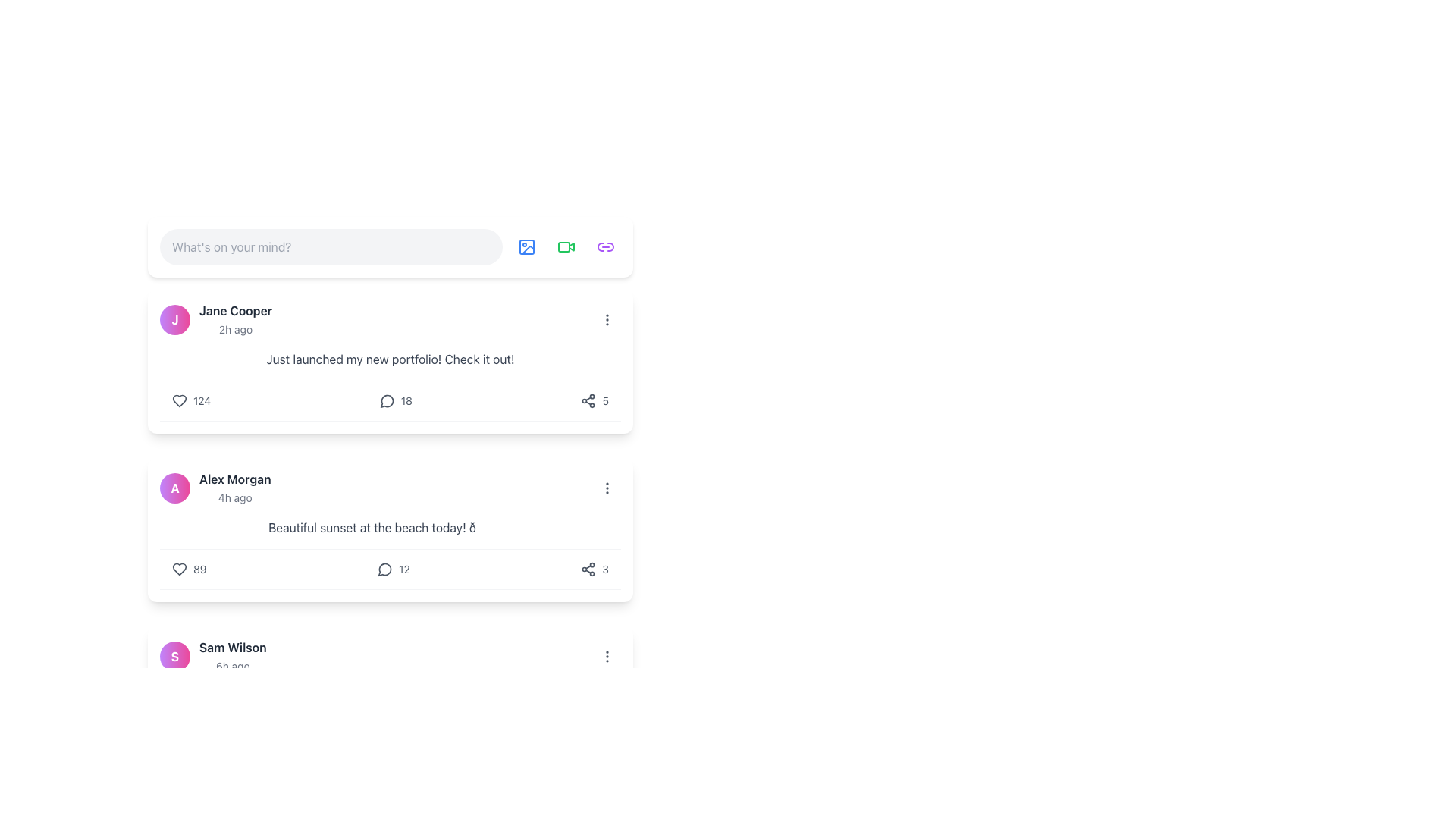 This screenshot has width=1456, height=819. I want to click on the share icon button, which resembles a network connection and is styled in gray, located to the right of the comment count '3', so click(588, 570).